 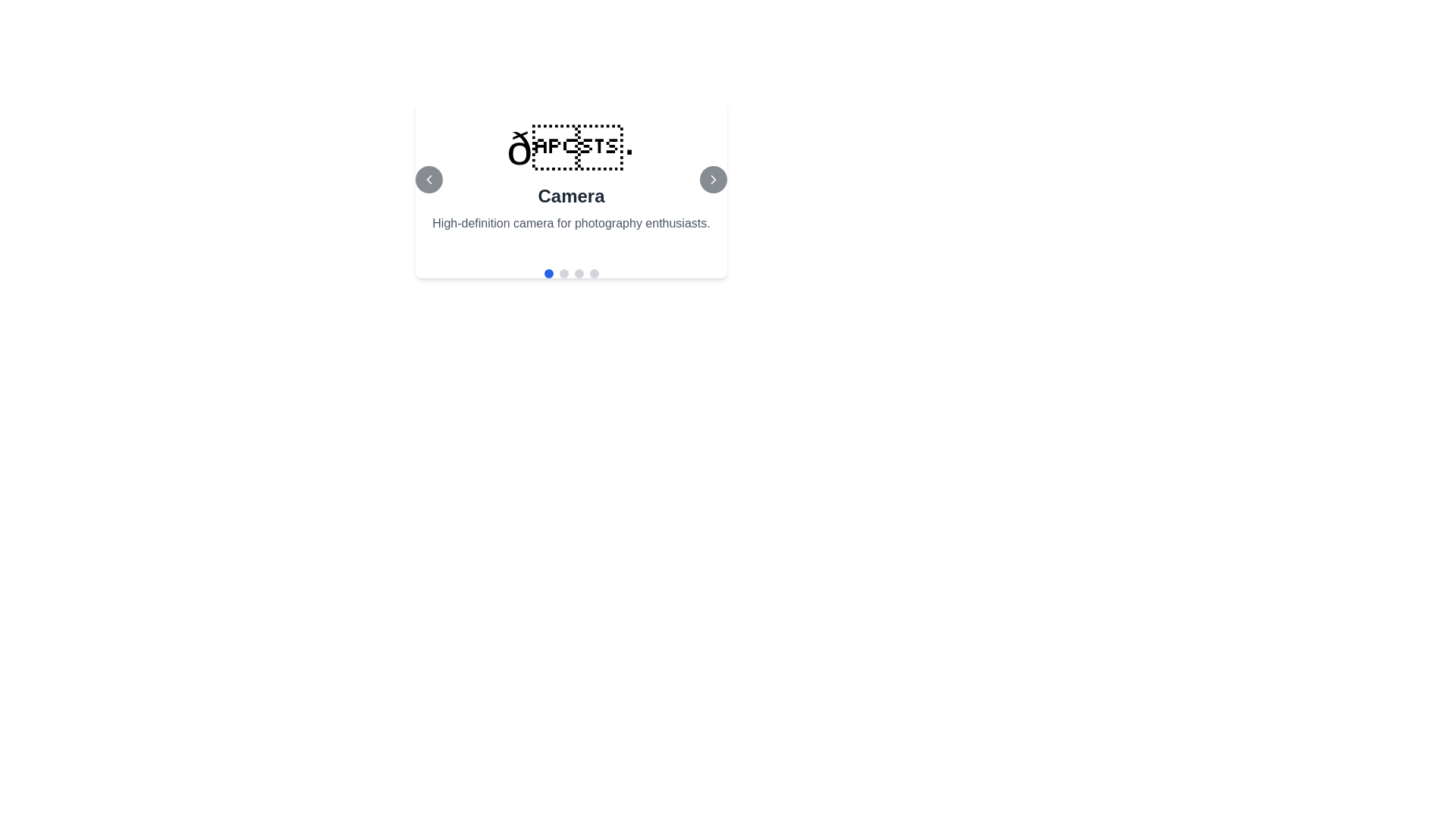 What do you see at coordinates (570, 178) in the screenshot?
I see `information provided in the centrally located Information Display Box about the high-definition camera` at bounding box center [570, 178].